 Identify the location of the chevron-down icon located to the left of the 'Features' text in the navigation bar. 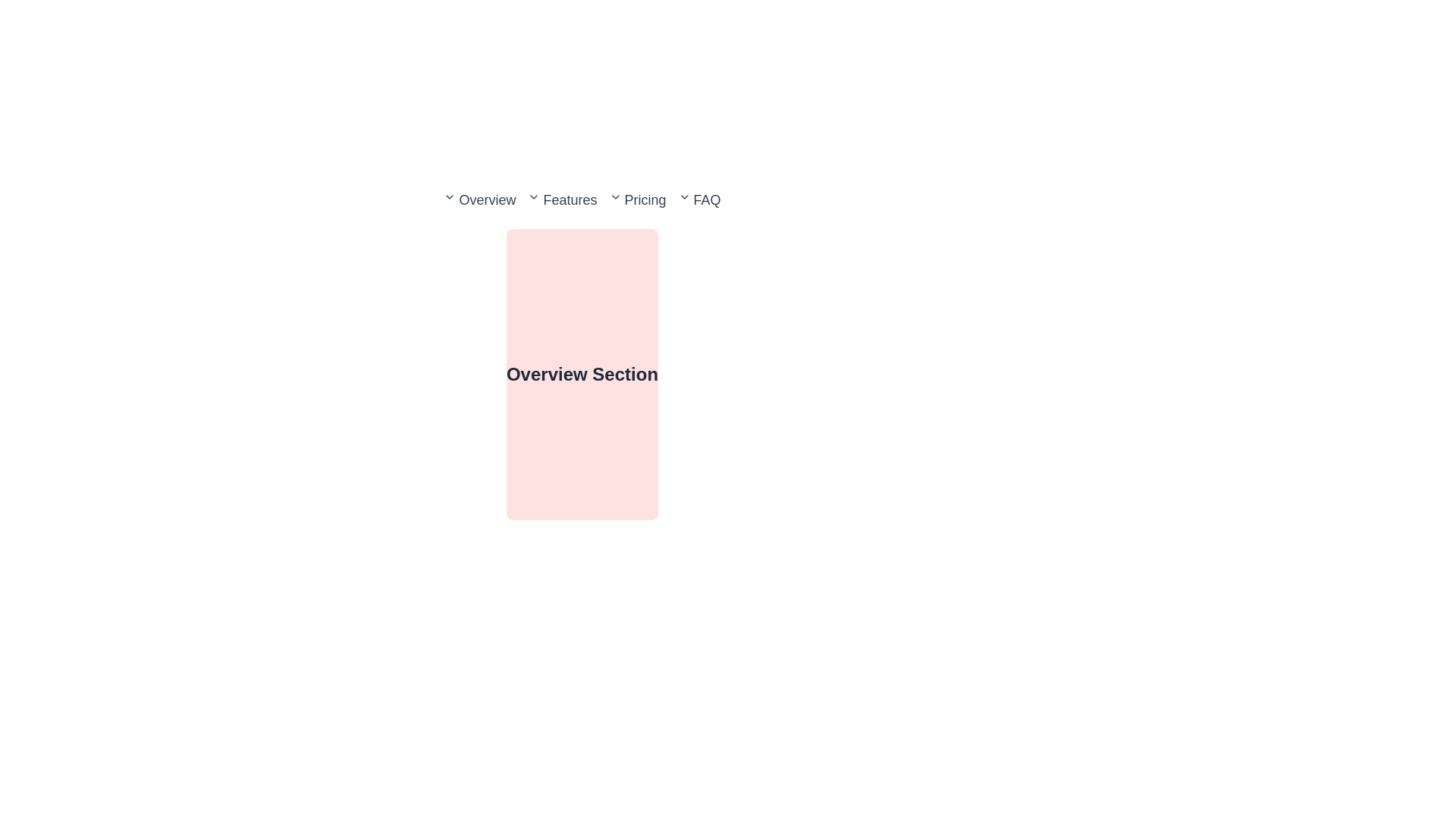
(534, 196).